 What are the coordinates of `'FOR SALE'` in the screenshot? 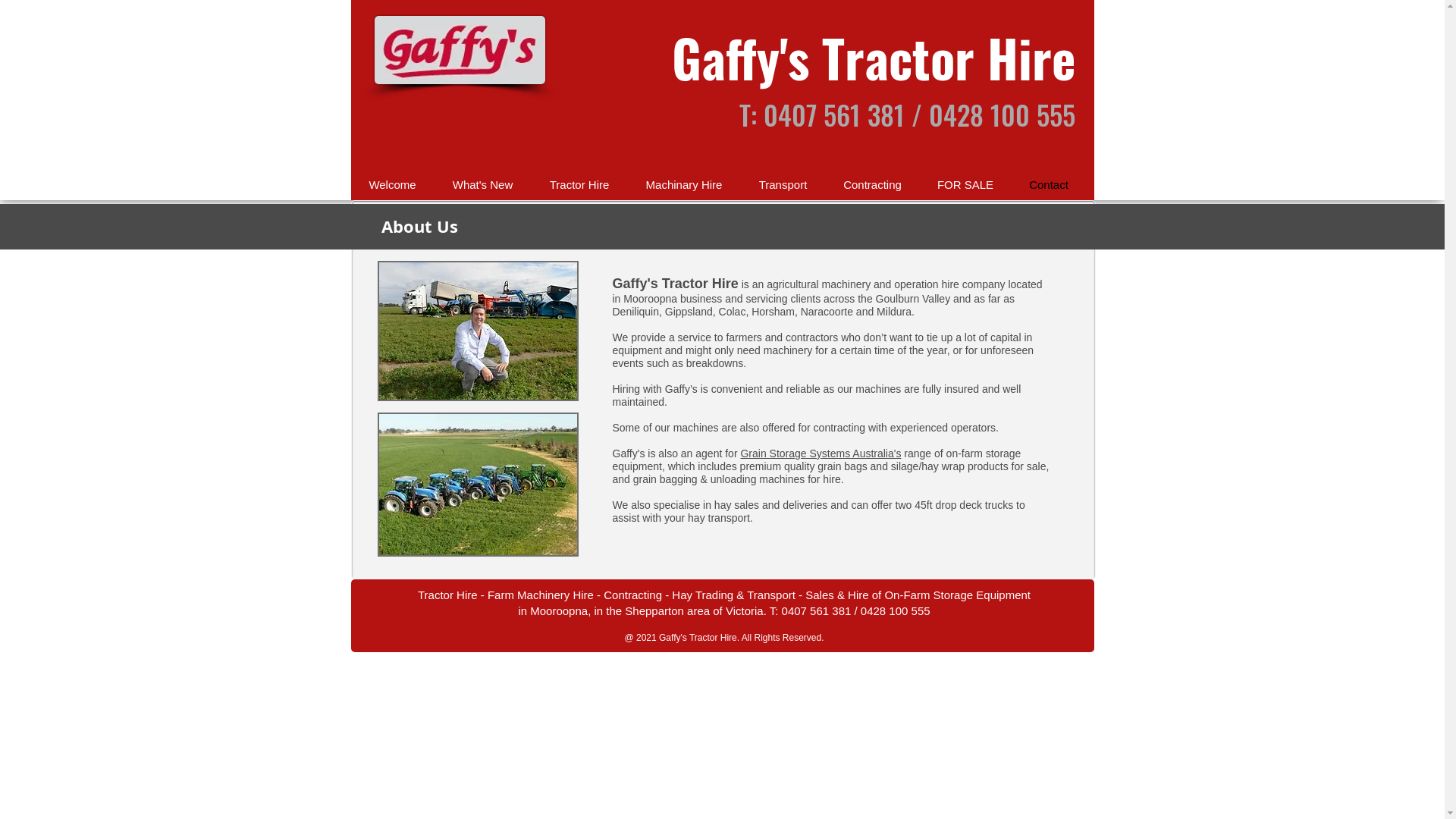 It's located at (964, 184).